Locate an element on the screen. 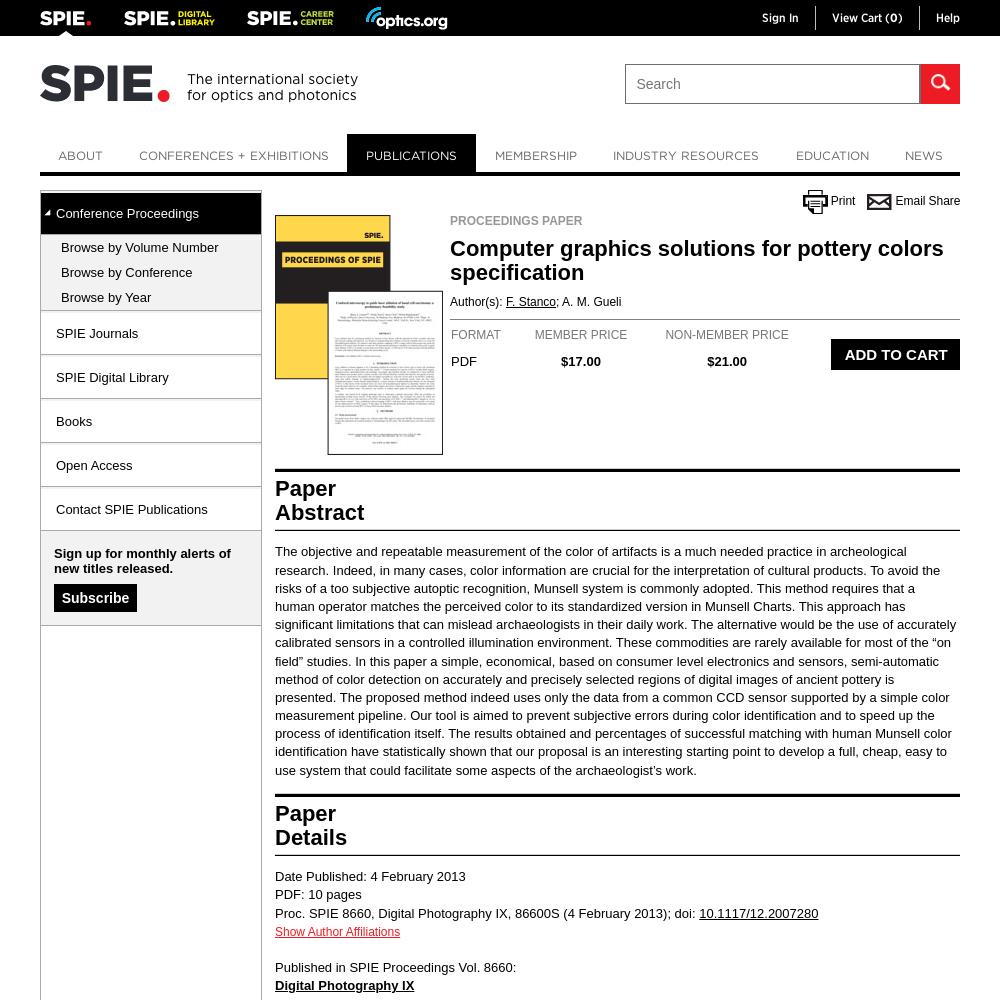 The height and width of the screenshot is (1000, 1000). 'Browse by Year' is located at coordinates (105, 297).